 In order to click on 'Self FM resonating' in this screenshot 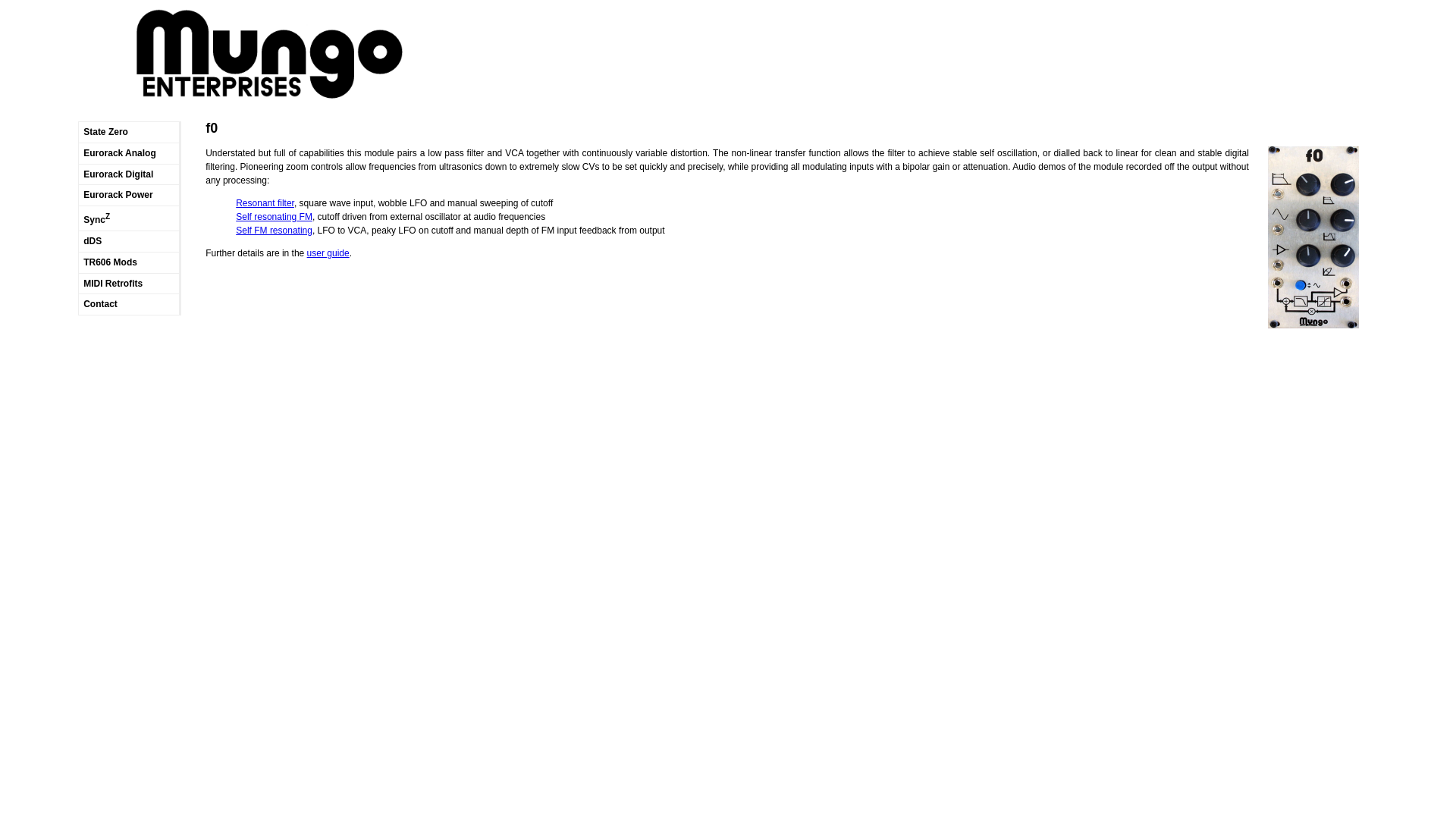, I will do `click(274, 231)`.